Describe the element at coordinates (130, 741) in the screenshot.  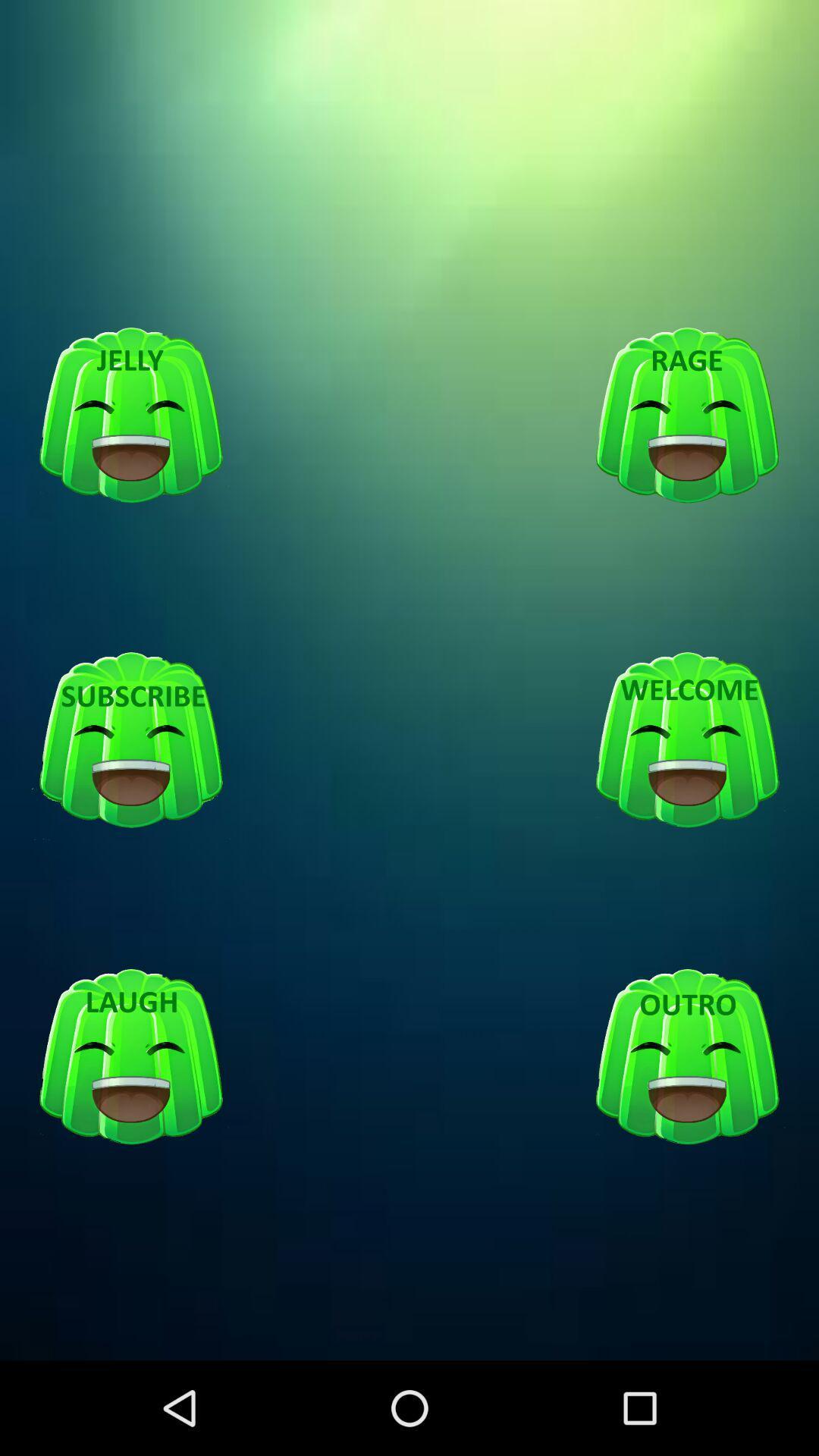
I see `the icon on the left` at that location.